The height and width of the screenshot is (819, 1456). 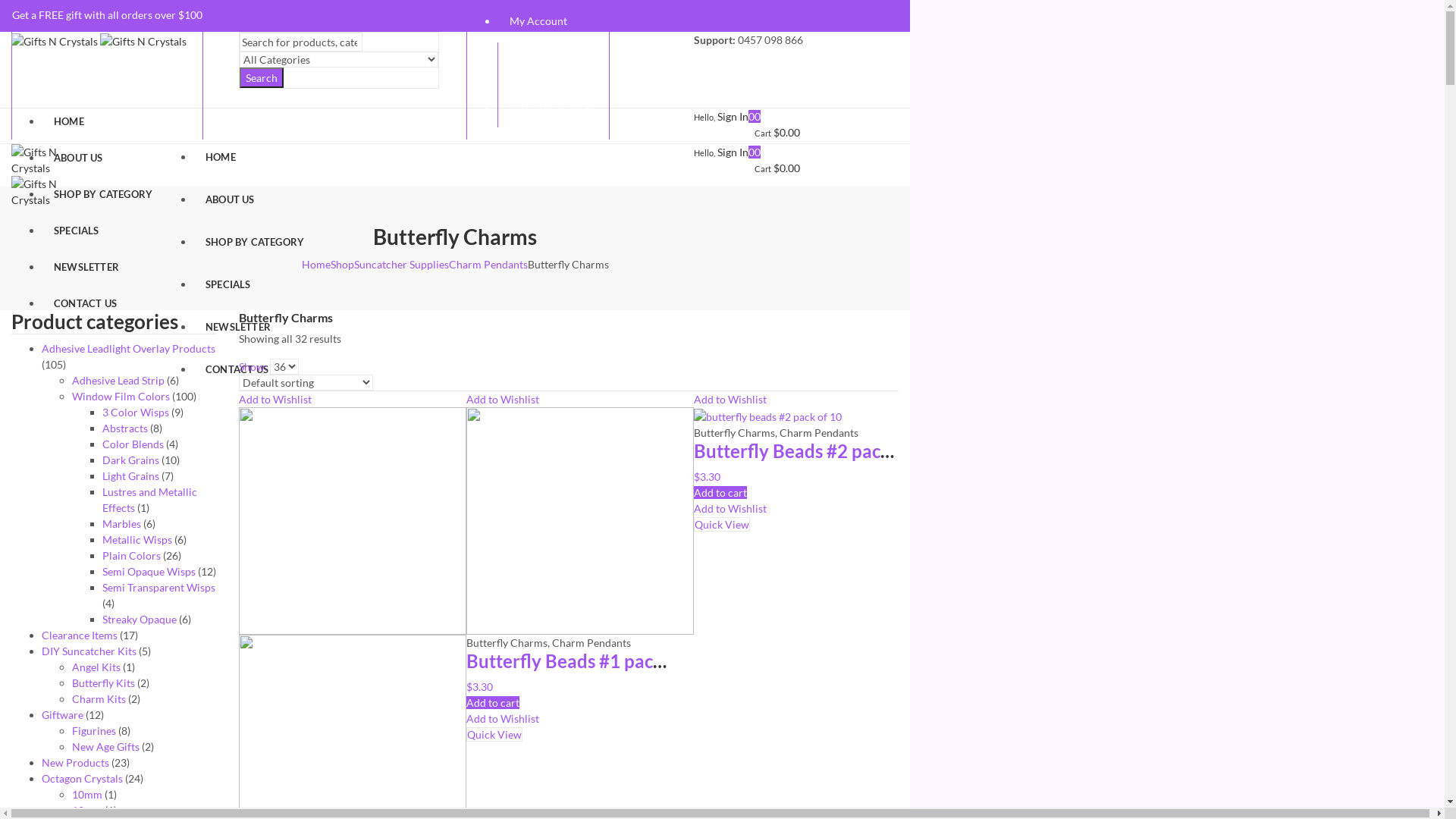 I want to click on 'Search', so click(x=262, y=77).